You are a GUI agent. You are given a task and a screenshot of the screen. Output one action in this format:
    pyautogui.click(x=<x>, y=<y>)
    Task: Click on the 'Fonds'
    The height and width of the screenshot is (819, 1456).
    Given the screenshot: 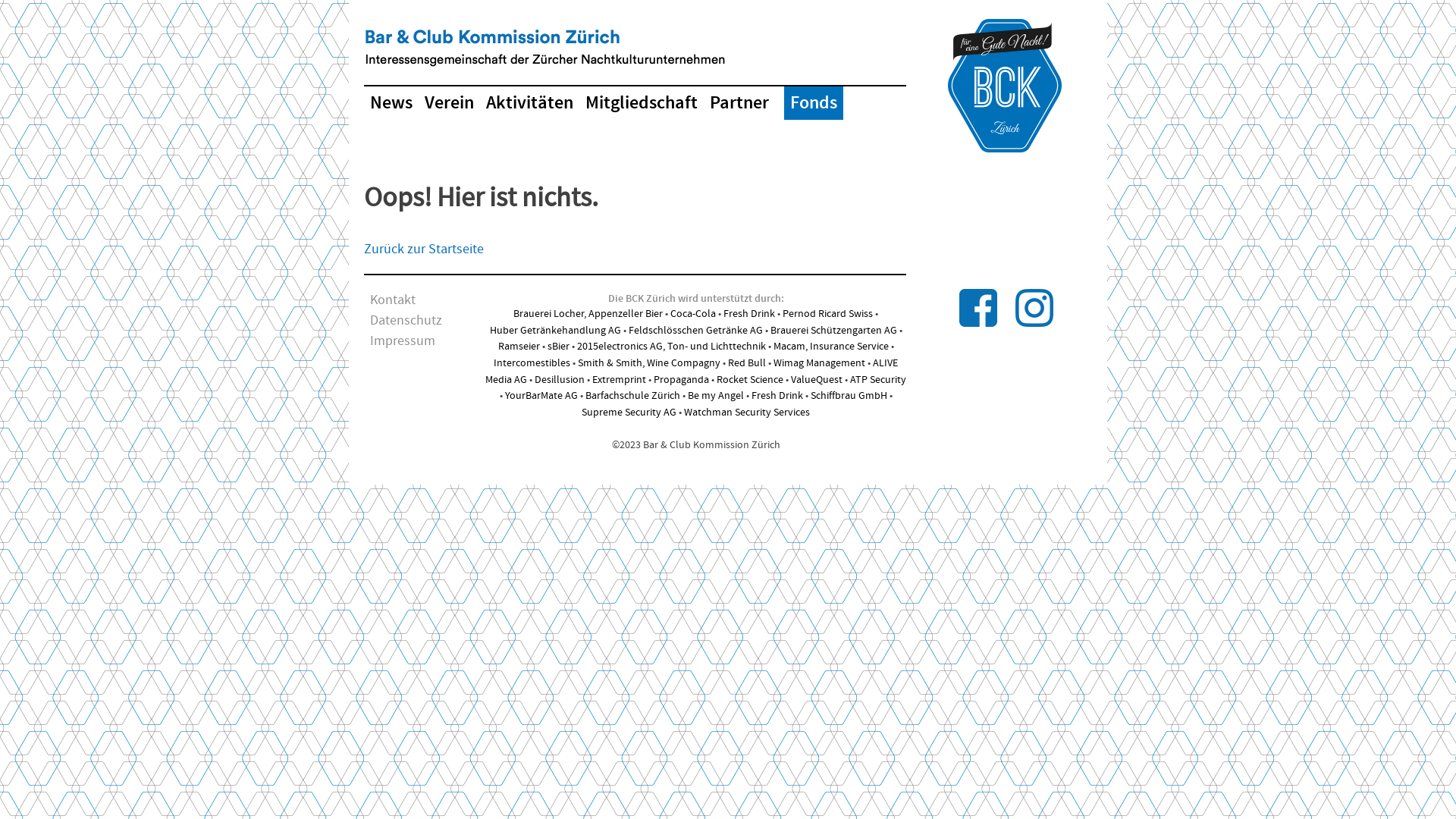 What is the action you would take?
    pyautogui.click(x=813, y=102)
    